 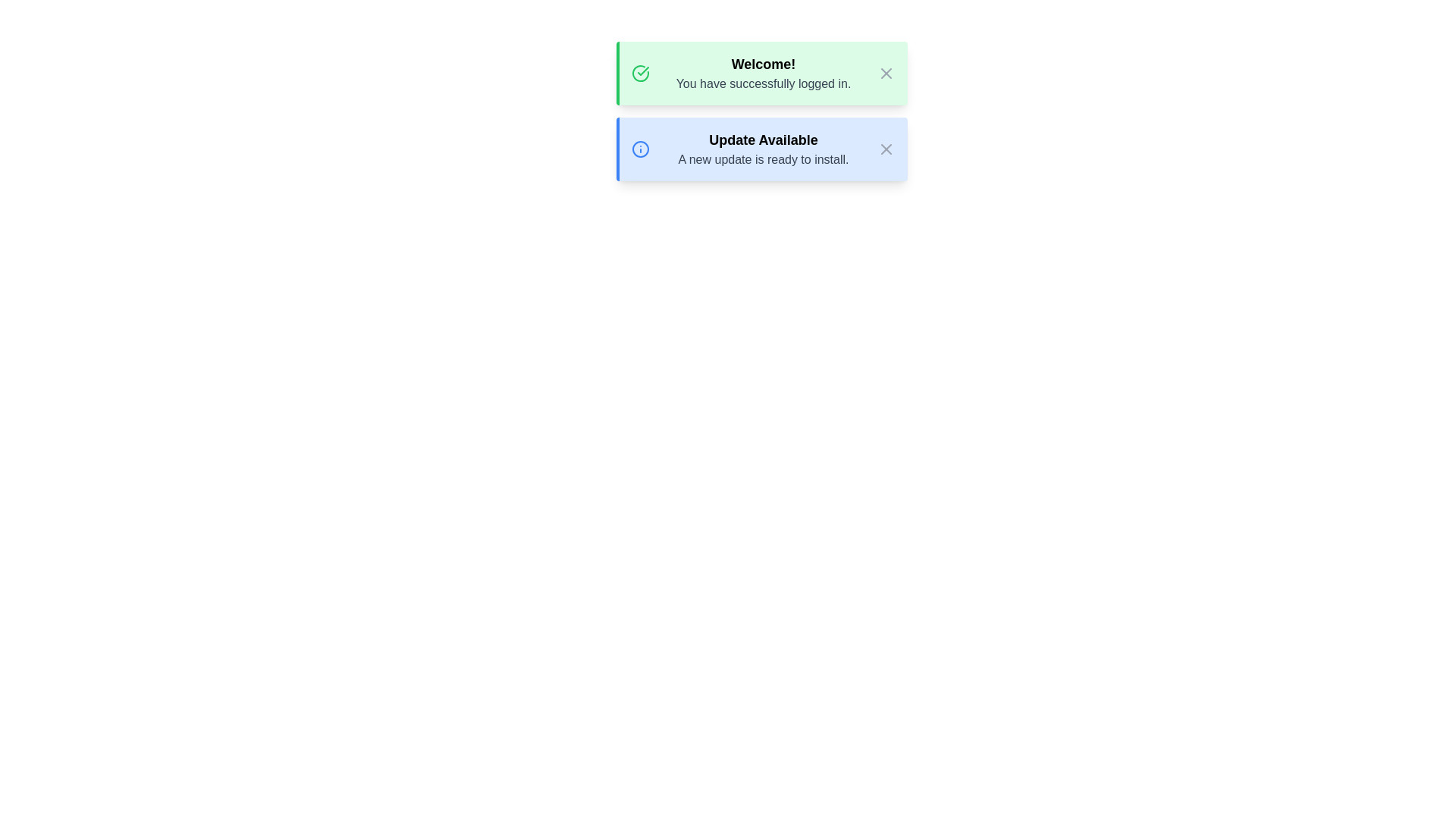 I want to click on the small gray 'X' close button located in the top-right corner of the green notification card to observe the styling change to a darker gray, so click(x=886, y=73).